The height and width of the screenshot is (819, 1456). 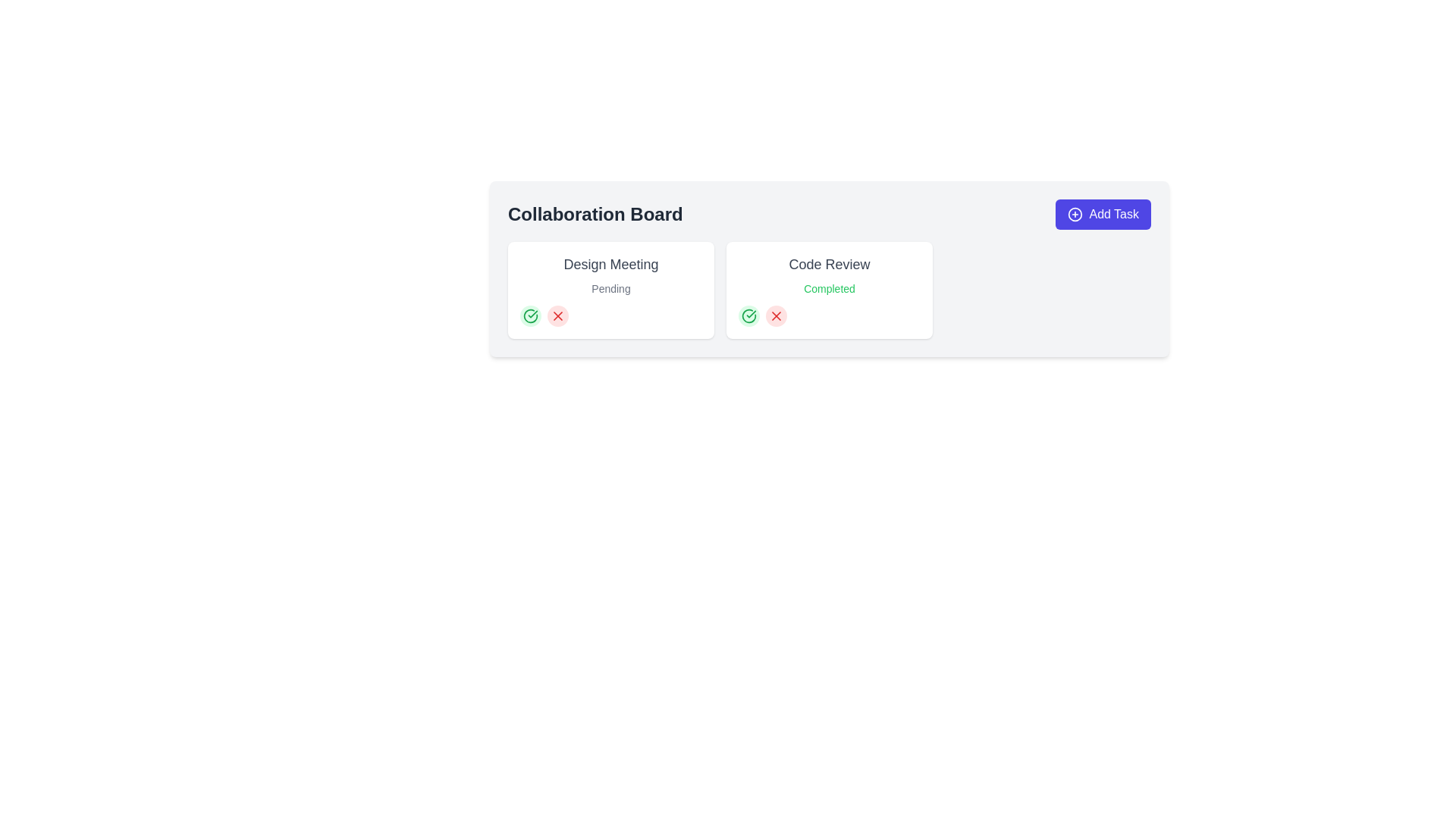 What do you see at coordinates (749, 315) in the screenshot?
I see `the success indicator icon located beneath the 'Code Review' heading in the 'Collaboration Board' area` at bounding box center [749, 315].